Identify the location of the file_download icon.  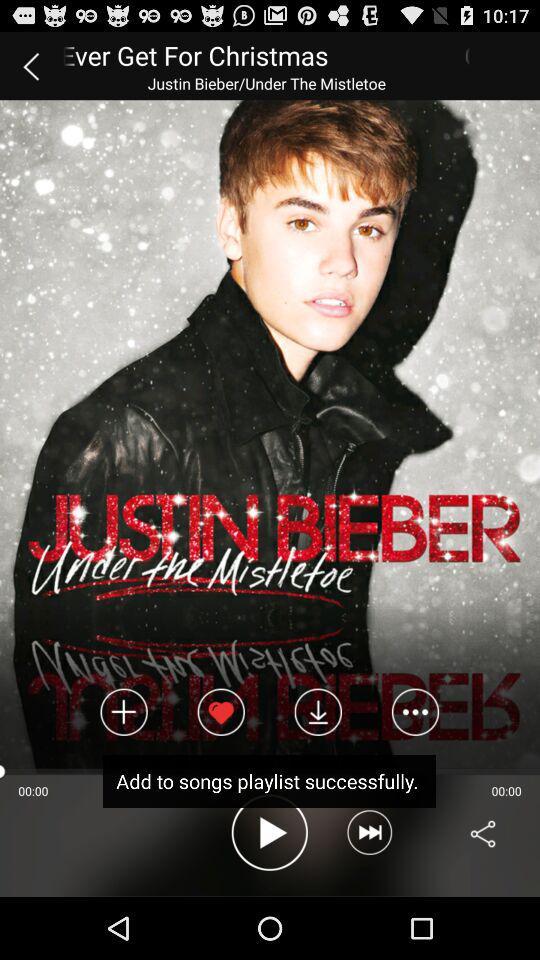
(318, 761).